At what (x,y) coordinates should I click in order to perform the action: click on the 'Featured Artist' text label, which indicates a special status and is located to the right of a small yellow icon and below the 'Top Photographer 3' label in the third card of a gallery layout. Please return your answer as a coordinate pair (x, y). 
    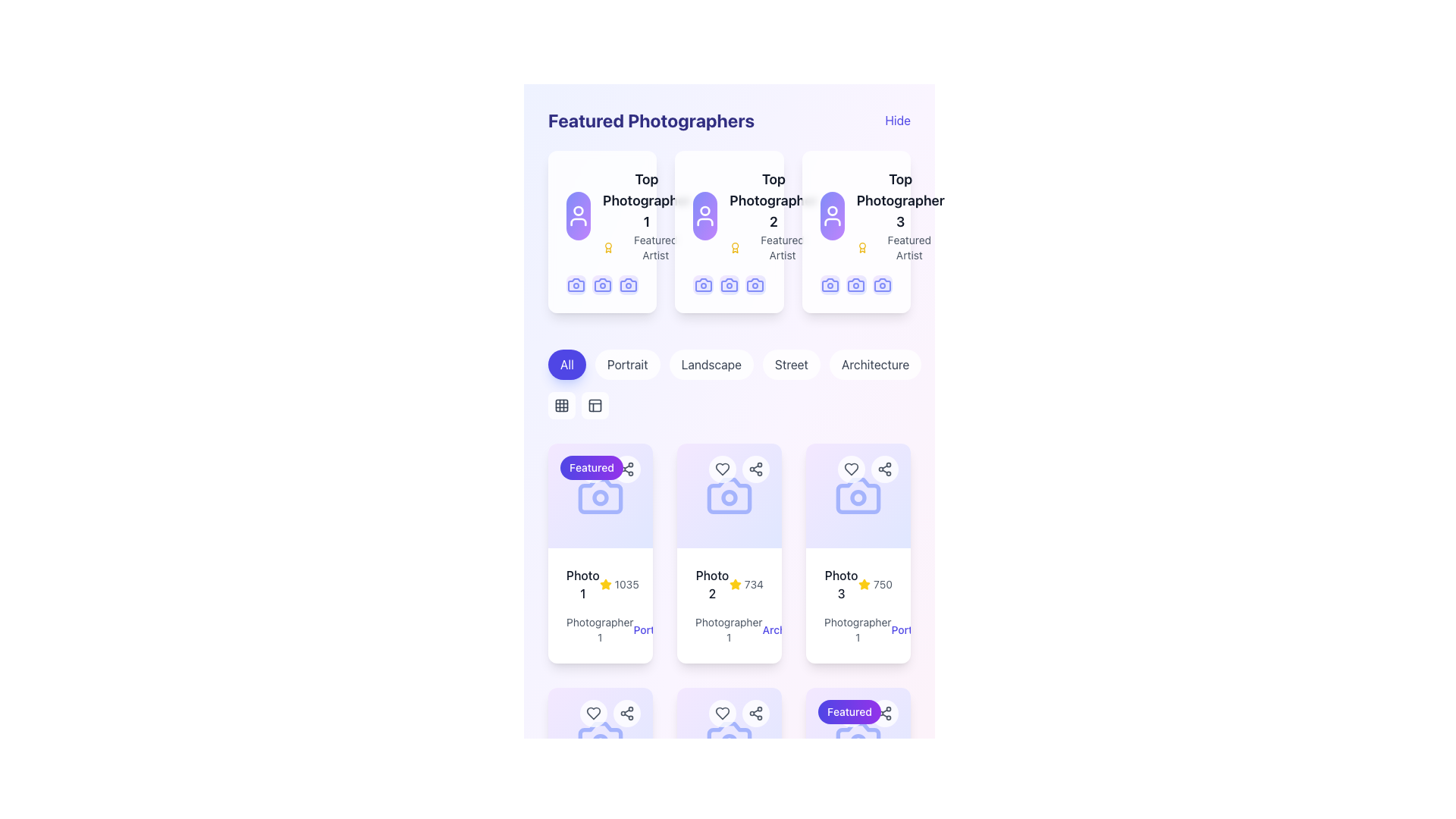
    Looking at the image, I should click on (909, 247).